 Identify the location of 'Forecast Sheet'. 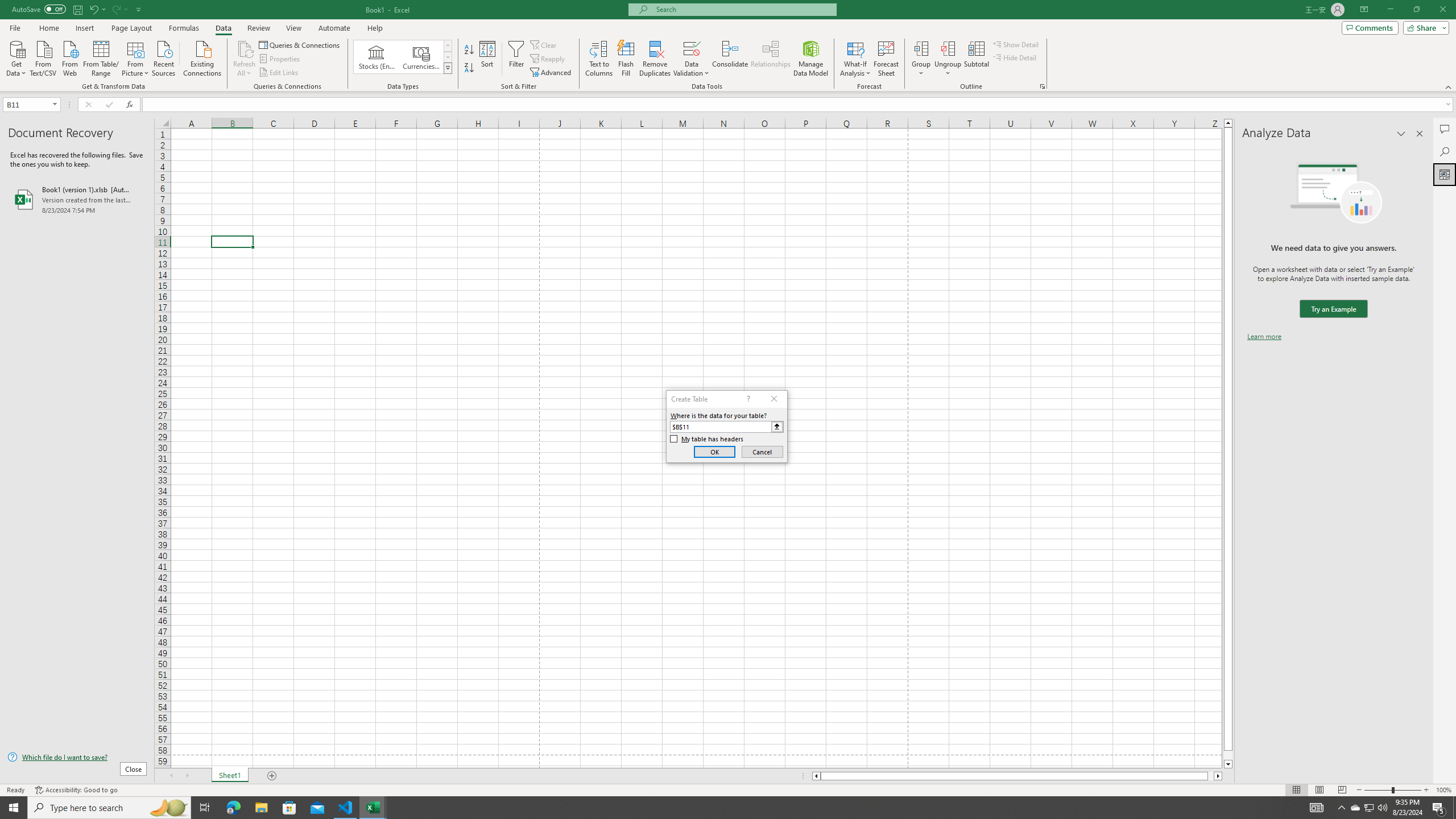
(886, 59).